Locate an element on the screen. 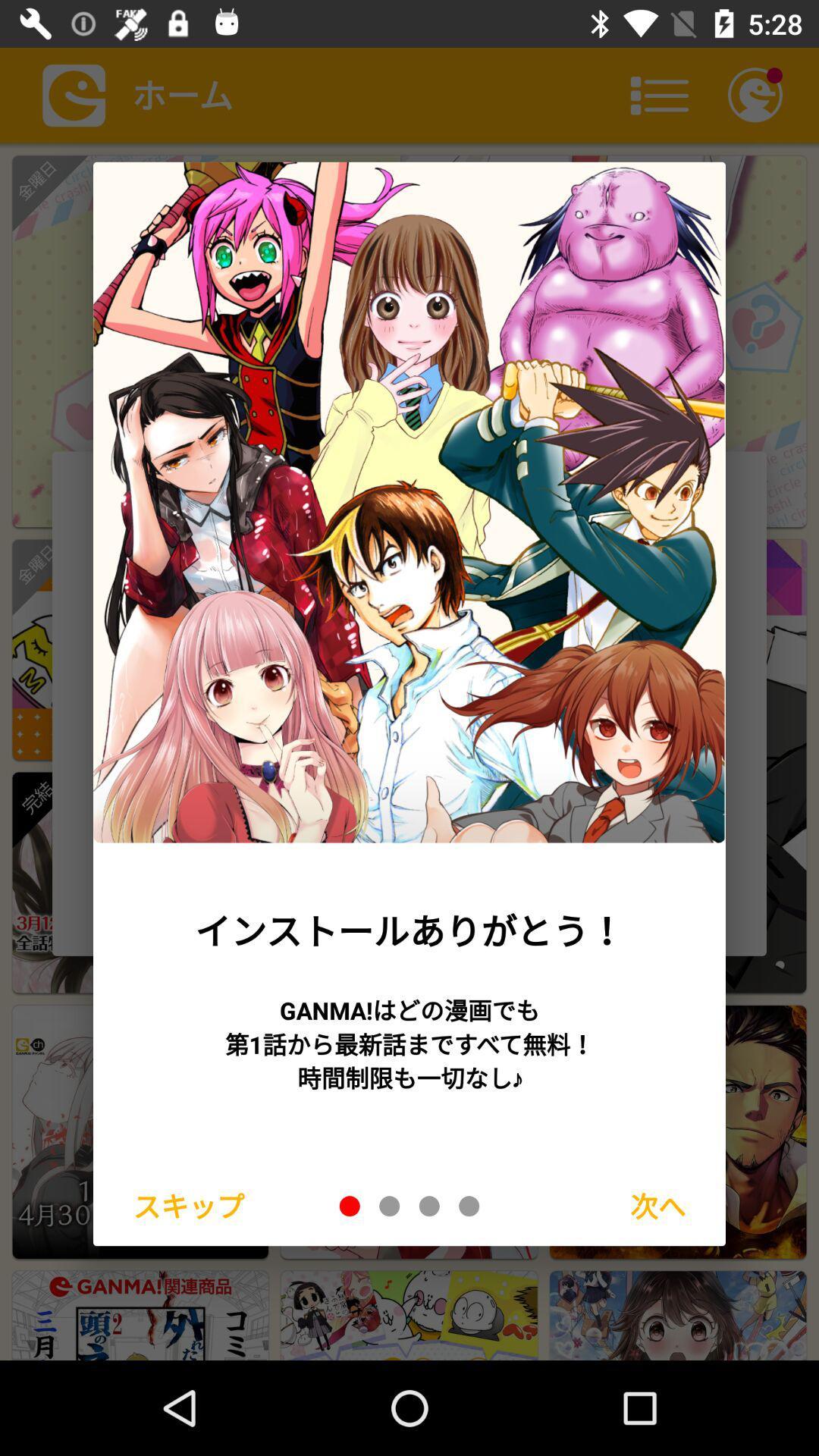 This screenshot has height=1456, width=819. last picture is located at coordinates (468, 1205).